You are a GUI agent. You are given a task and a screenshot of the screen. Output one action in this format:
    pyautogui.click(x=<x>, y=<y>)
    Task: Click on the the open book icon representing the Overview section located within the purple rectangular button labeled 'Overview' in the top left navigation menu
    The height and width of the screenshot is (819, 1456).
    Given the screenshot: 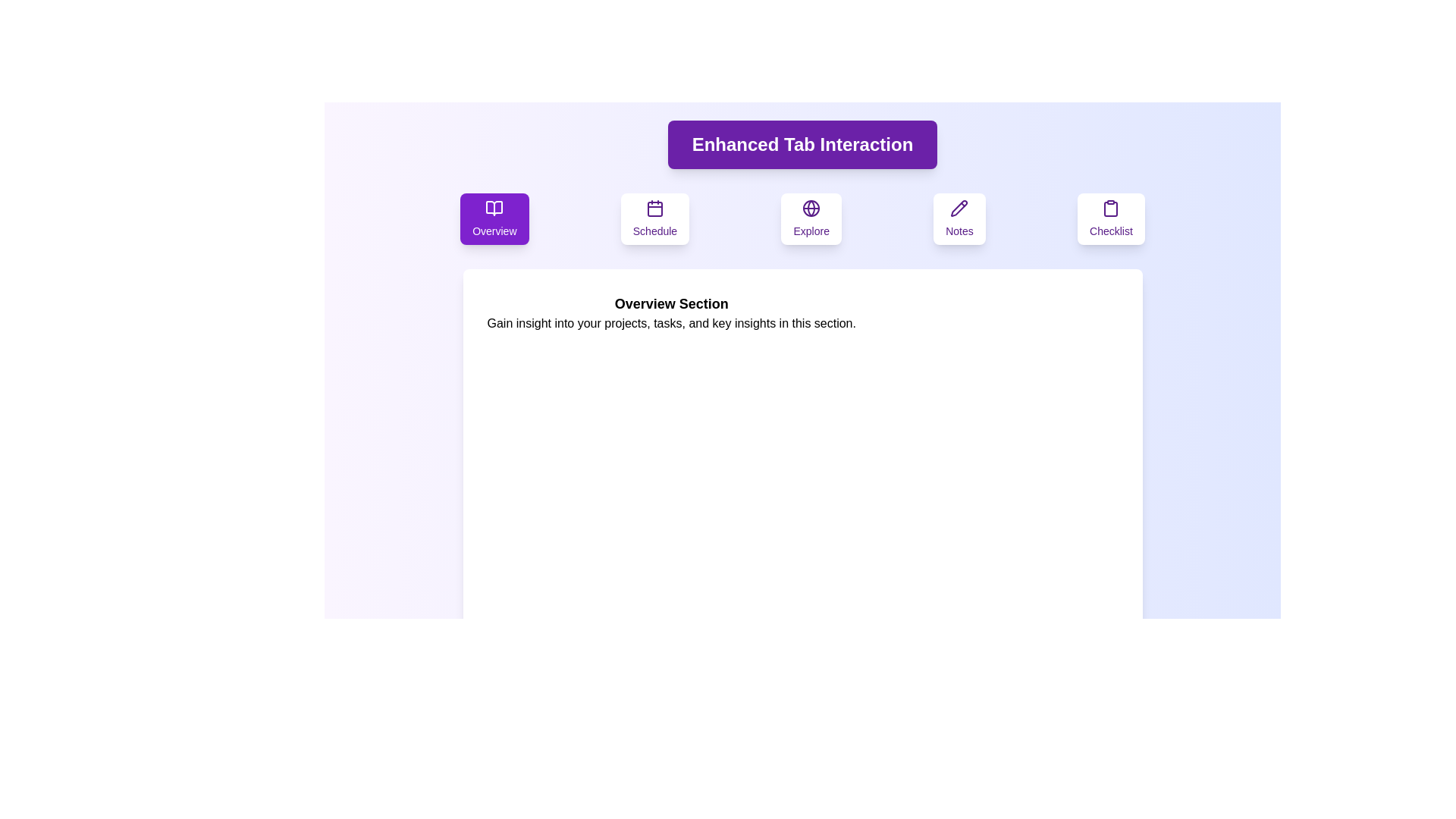 What is the action you would take?
    pyautogui.click(x=494, y=208)
    